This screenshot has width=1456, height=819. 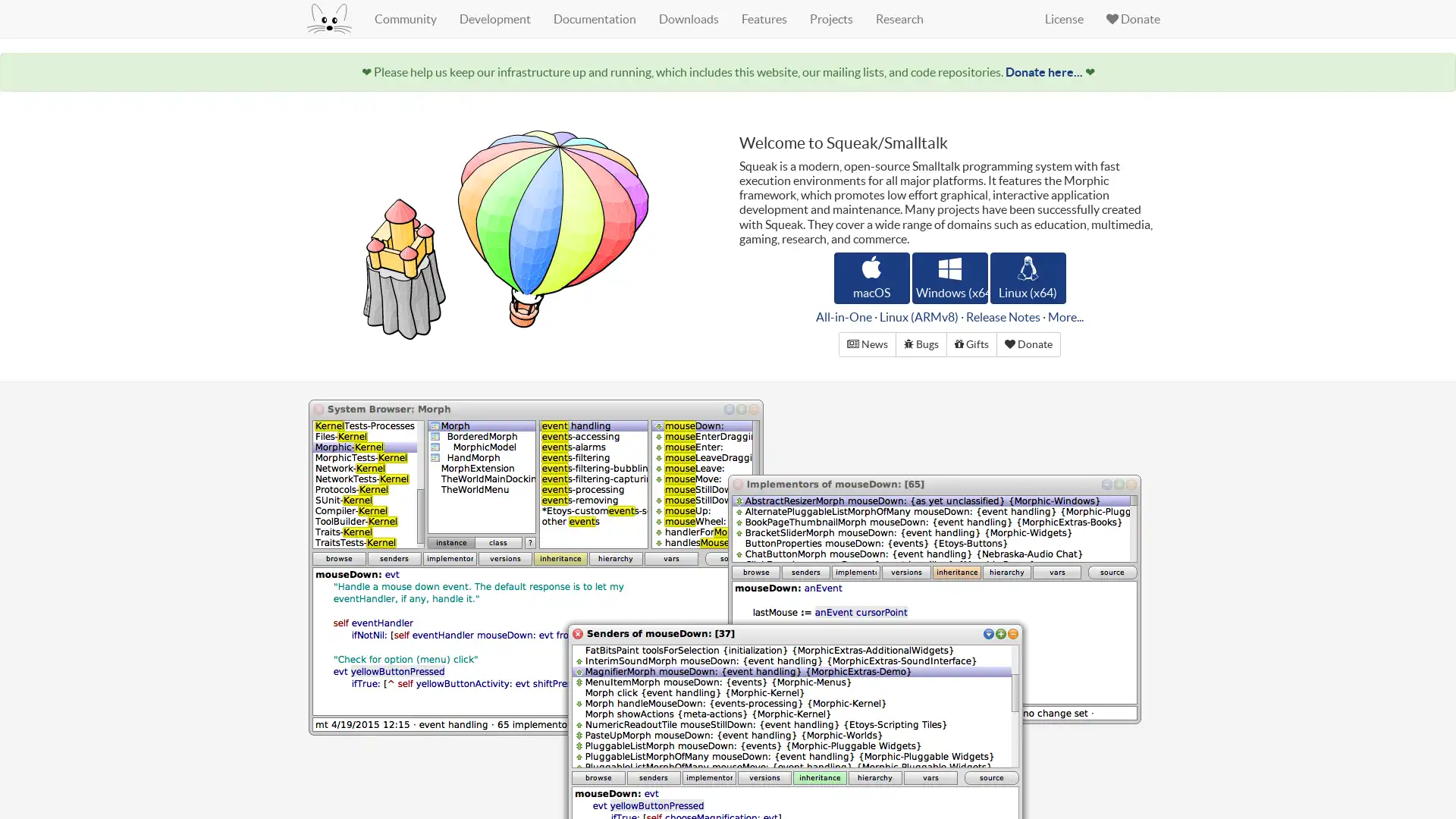 What do you see at coordinates (920, 344) in the screenshot?
I see `Bugs` at bounding box center [920, 344].